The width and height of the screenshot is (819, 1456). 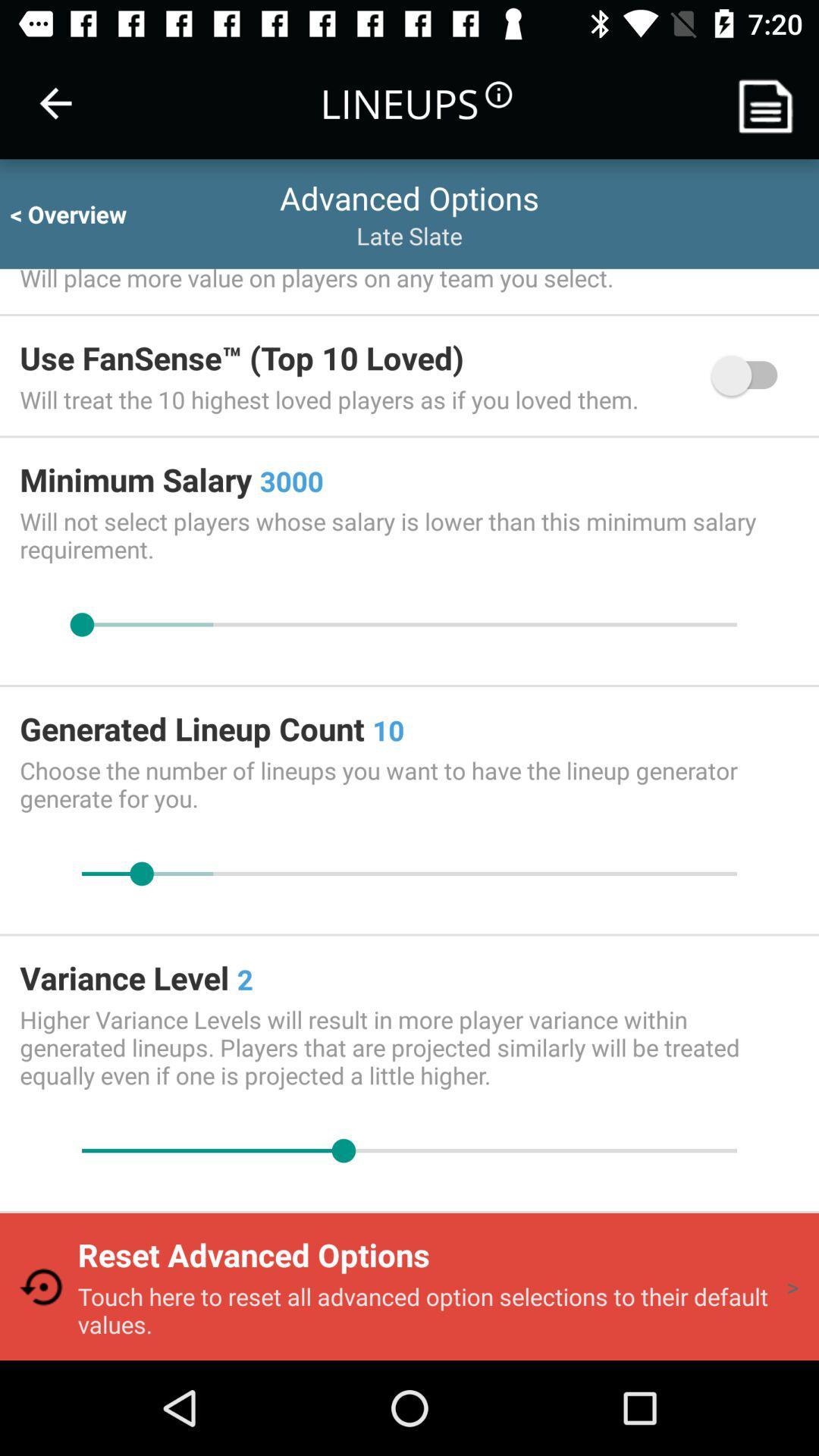 I want to click on slide to modify variance, so click(x=409, y=1150).